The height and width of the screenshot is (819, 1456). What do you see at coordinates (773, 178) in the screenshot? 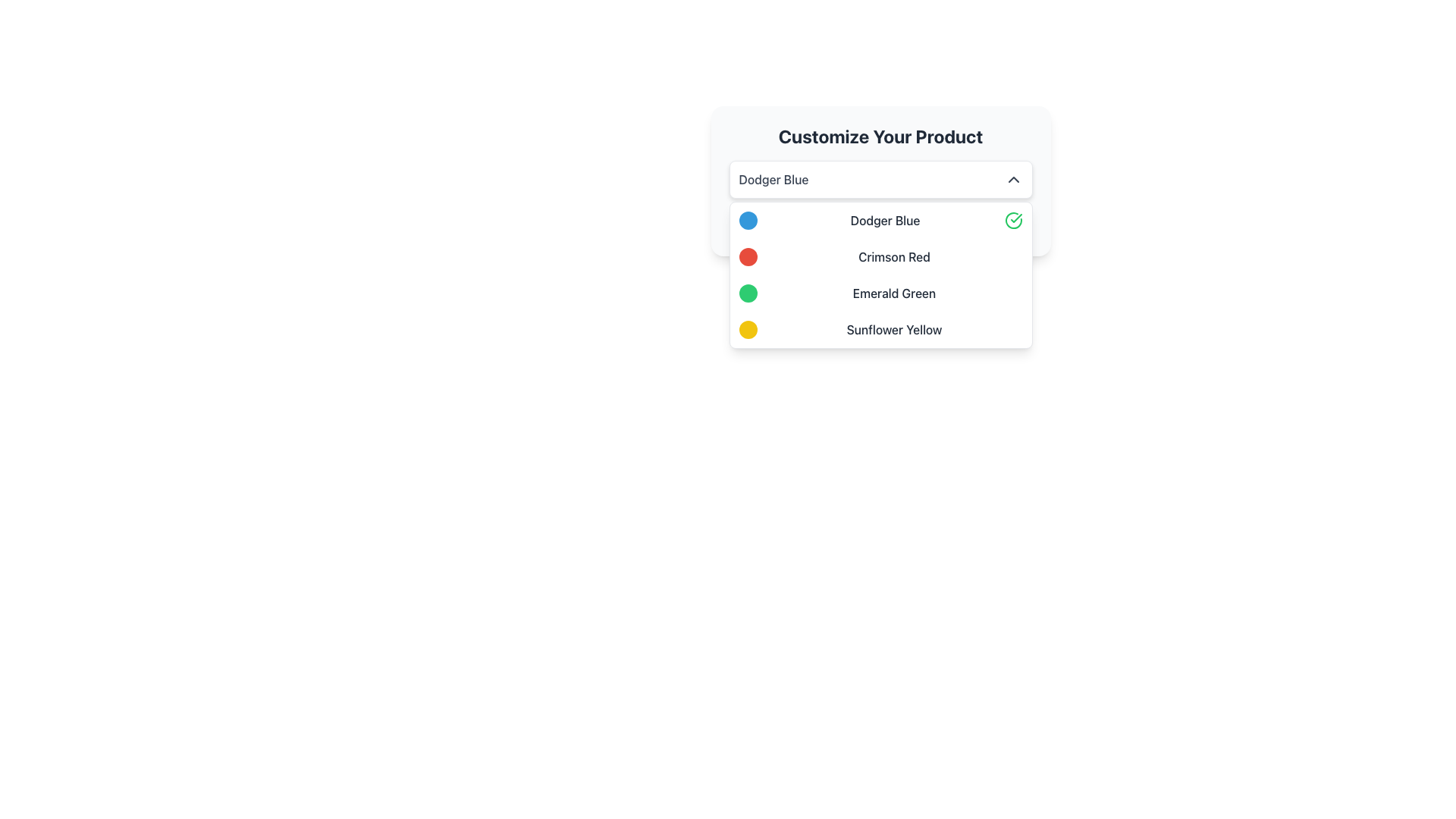
I see `the dropdown field containing the 'Dodger Blue' text label` at bounding box center [773, 178].